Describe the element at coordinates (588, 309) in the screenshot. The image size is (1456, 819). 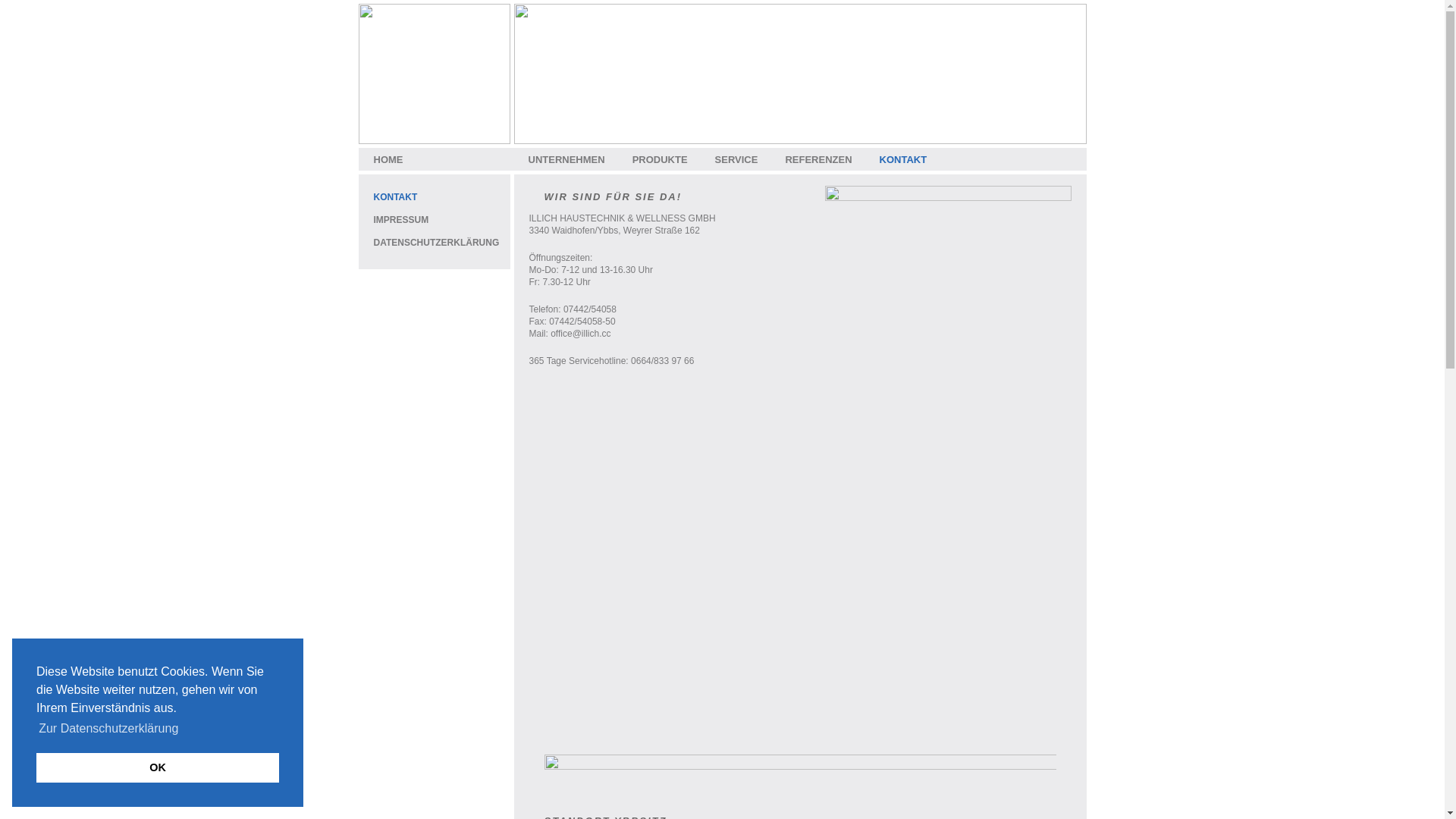
I see `'07442/54058'` at that location.